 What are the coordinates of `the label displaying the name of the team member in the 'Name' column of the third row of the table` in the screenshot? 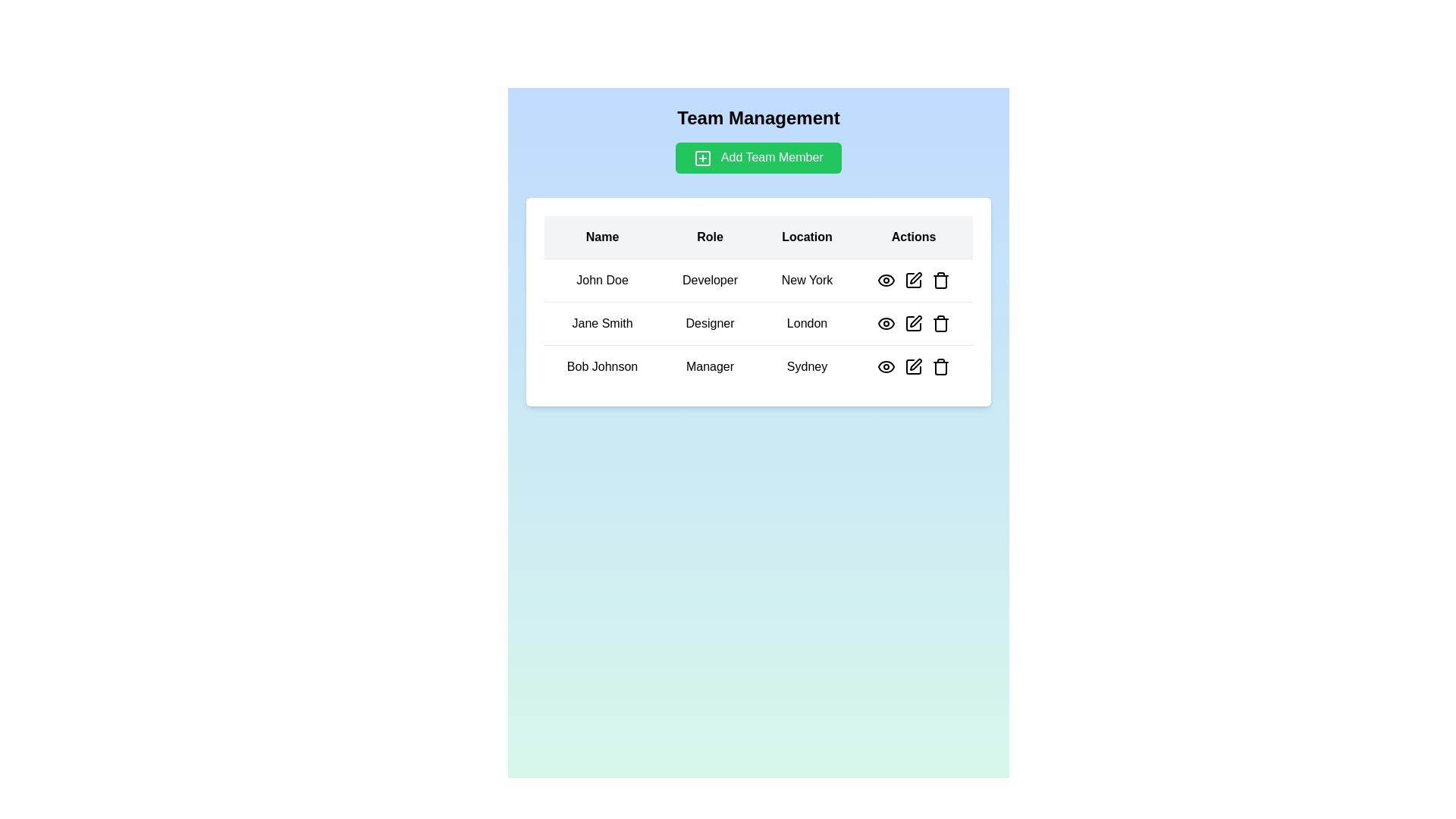 It's located at (601, 366).